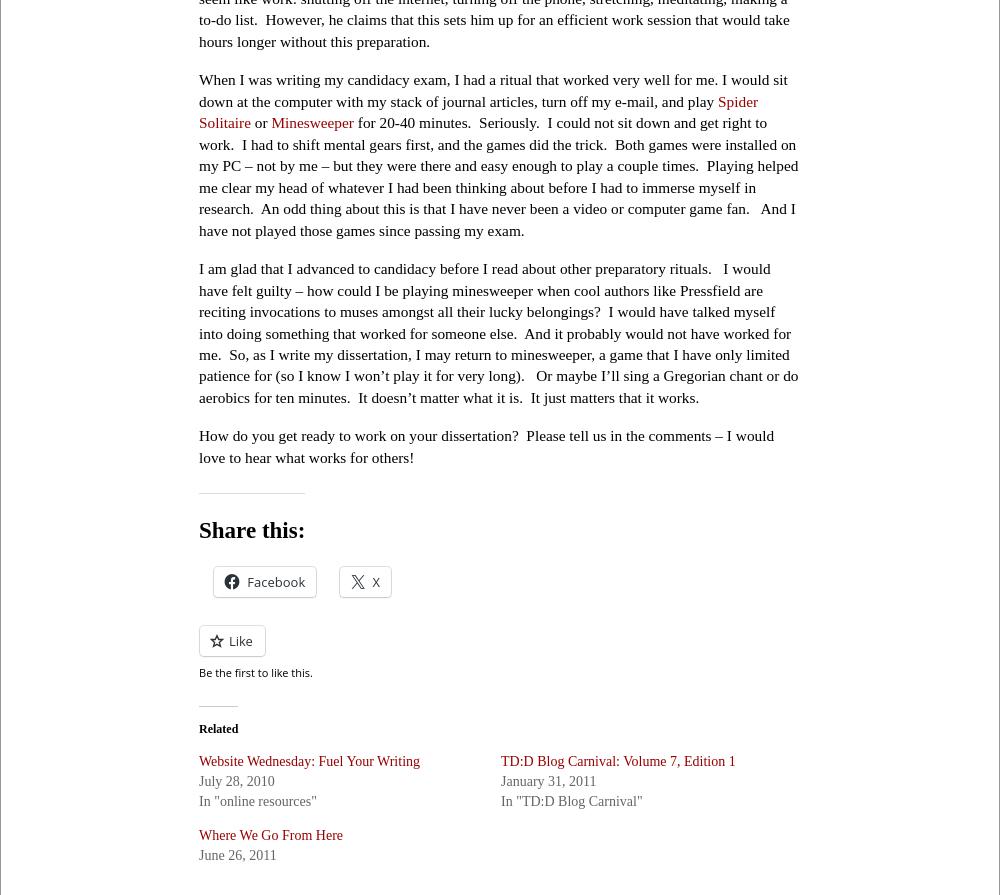 This screenshot has height=895, width=1001. Describe the element at coordinates (498, 332) in the screenshot. I see `'I am glad that I advanced to candidacy before I read about other preparatory rituals.   I would have felt guilty – how could I be playing minesweeper when cool authors like Pressfield are reciting invocations to muses amongst all their lucky belongings?  I would have talked myself into doing something that worked for someone else.  And it probably would not have worked for me.  So, as I write my dissertation, I may return to minesweeper, a game that I have only limited patience for (so I know I won’t play it for very long).   Or maybe I’ll sing a Gregorian chant or do aerobics for ten minutes.  It doesn’t matter what it is.  It just matters that it works.'` at that location.